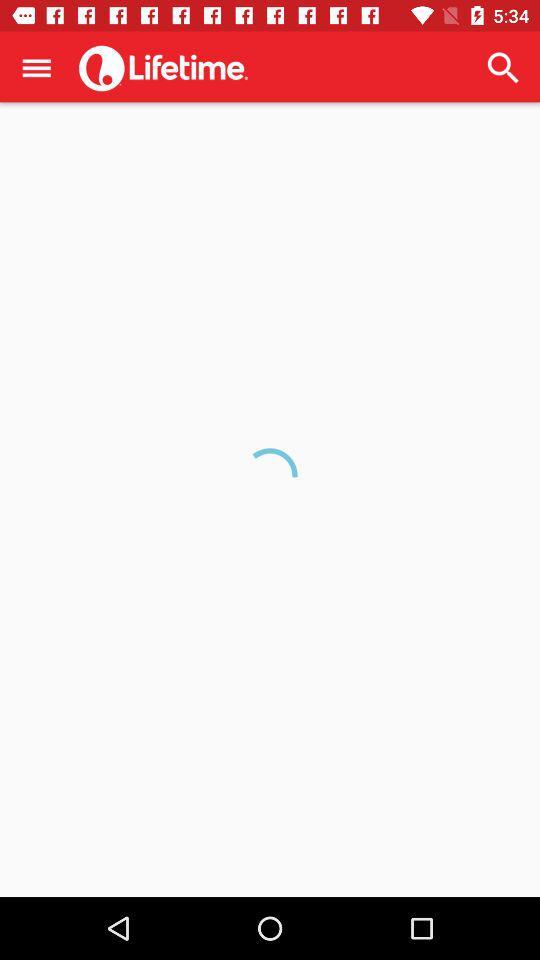 The width and height of the screenshot is (540, 960). What do you see at coordinates (36, 67) in the screenshot?
I see `icon at the top left corner` at bounding box center [36, 67].